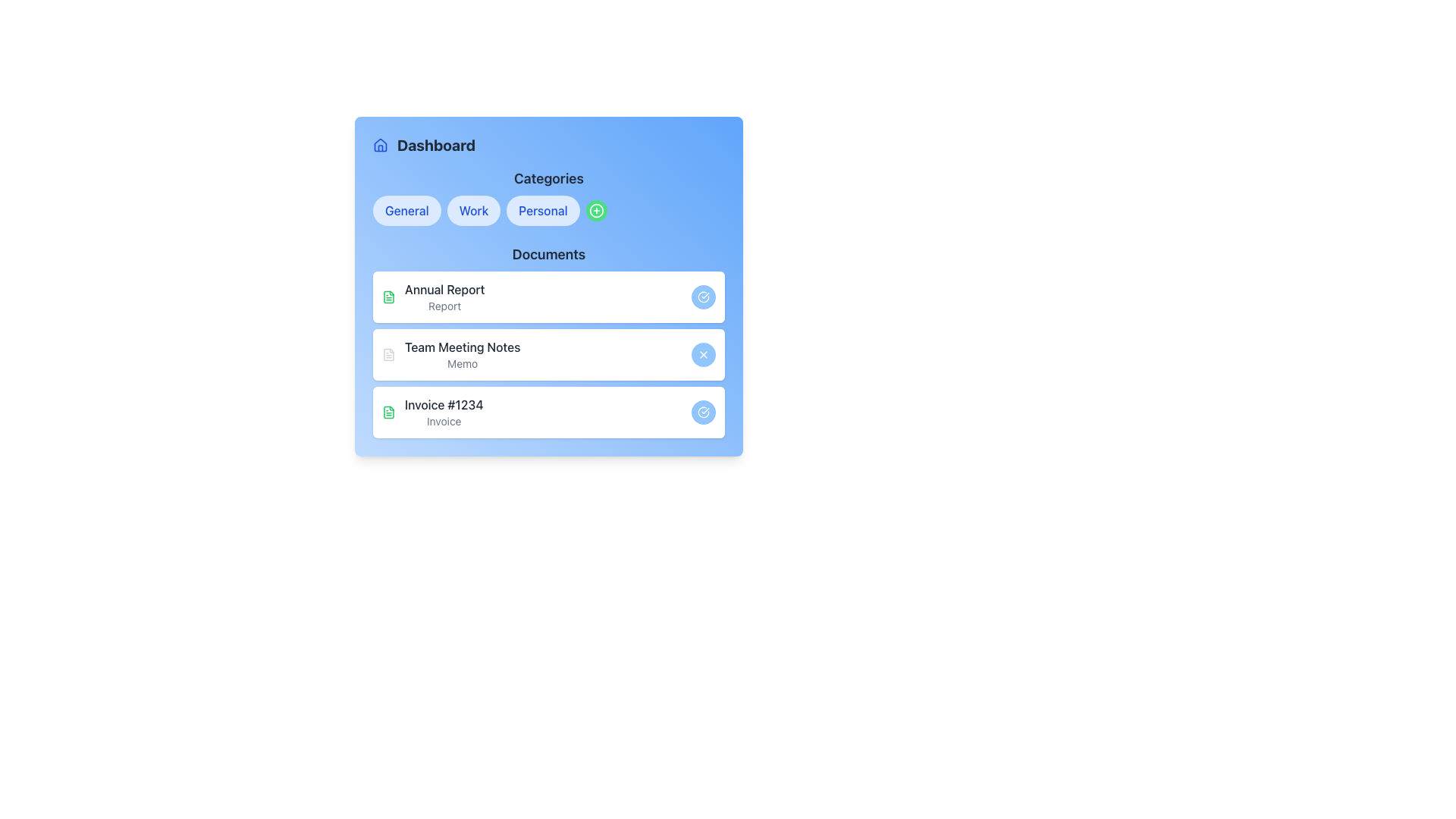  Describe the element at coordinates (702, 354) in the screenshot. I see `the delete icon inside the circular button next to the 'Team Meeting Notes' document entry` at that location.